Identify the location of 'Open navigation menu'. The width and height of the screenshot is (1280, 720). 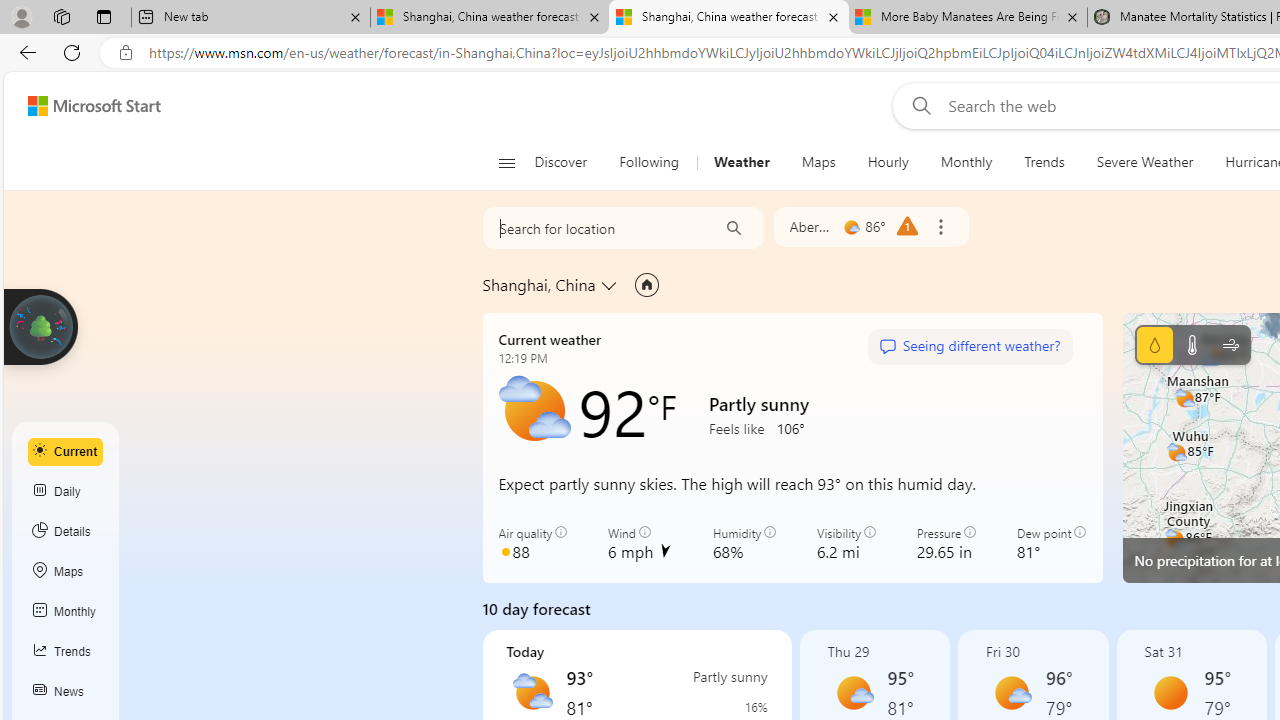
(506, 162).